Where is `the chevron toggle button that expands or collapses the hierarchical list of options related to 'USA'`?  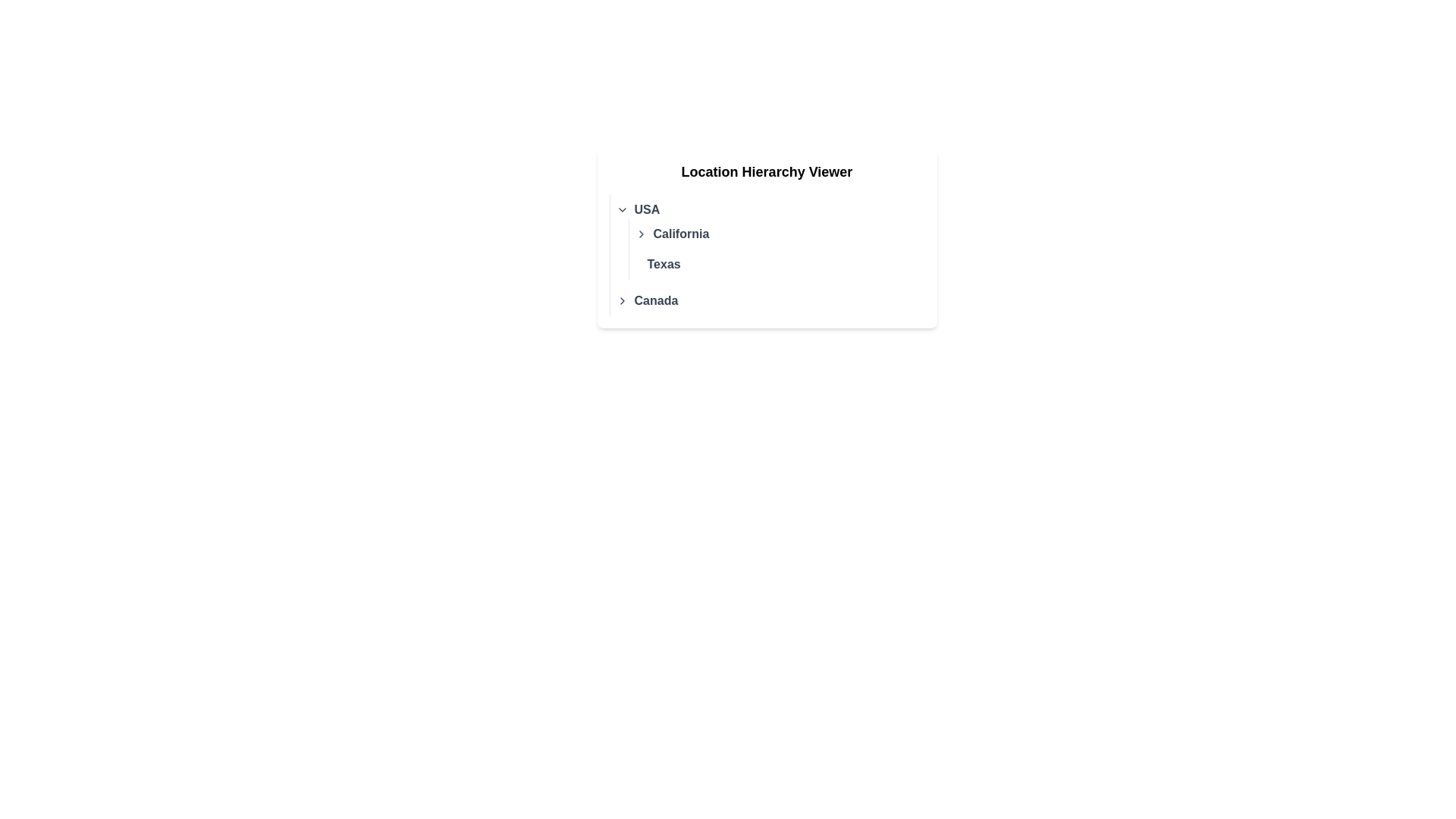
the chevron toggle button that expands or collapses the hierarchical list of options related to 'USA' is located at coordinates (622, 210).